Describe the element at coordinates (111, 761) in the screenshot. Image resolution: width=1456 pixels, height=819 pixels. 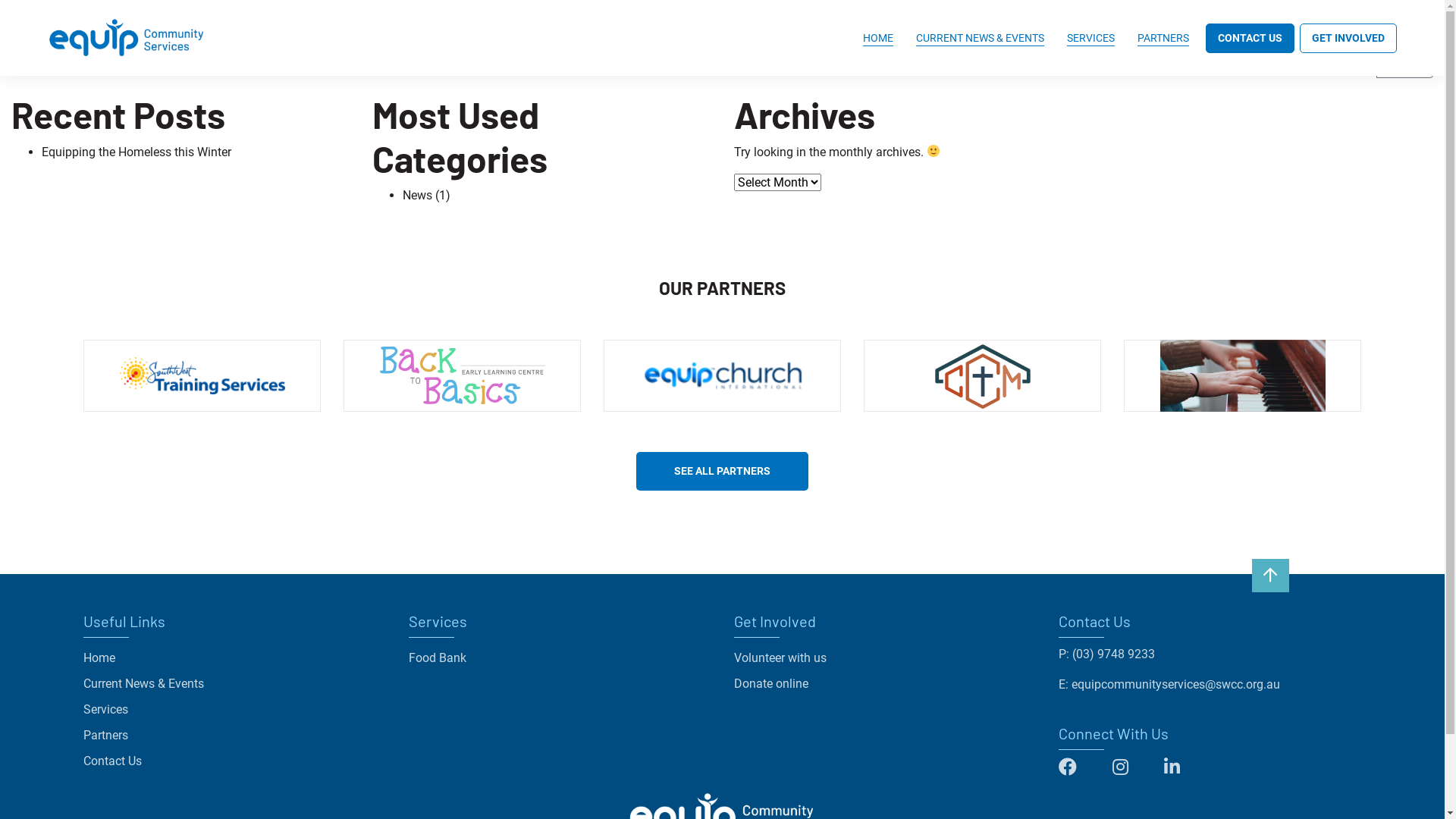
I see `'Contact Us'` at that location.